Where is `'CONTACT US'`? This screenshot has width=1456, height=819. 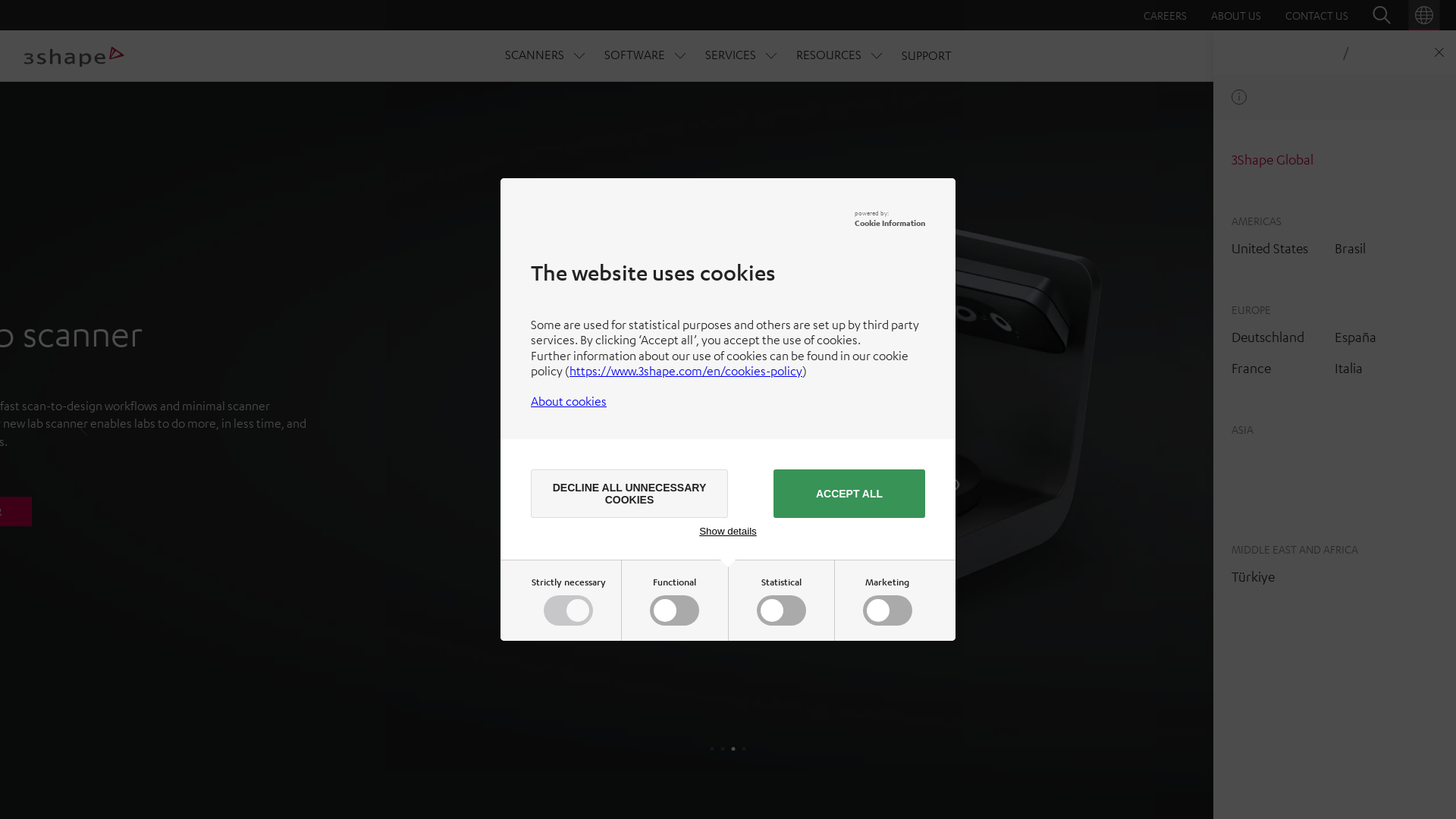
'CONTACT US' is located at coordinates (1316, 14).